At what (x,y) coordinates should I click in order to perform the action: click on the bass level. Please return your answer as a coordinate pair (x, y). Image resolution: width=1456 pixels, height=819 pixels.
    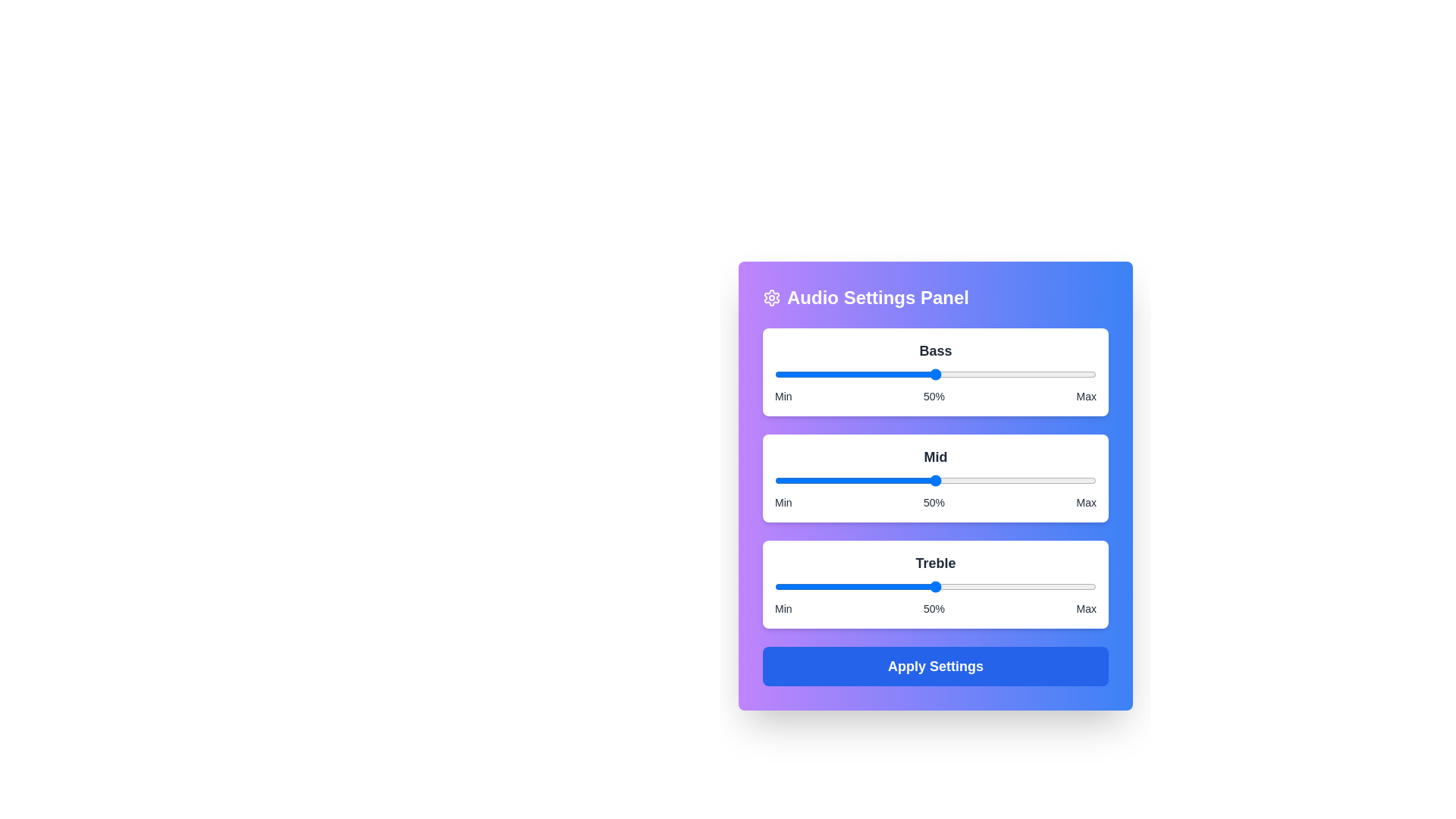
    Looking at the image, I should click on (893, 374).